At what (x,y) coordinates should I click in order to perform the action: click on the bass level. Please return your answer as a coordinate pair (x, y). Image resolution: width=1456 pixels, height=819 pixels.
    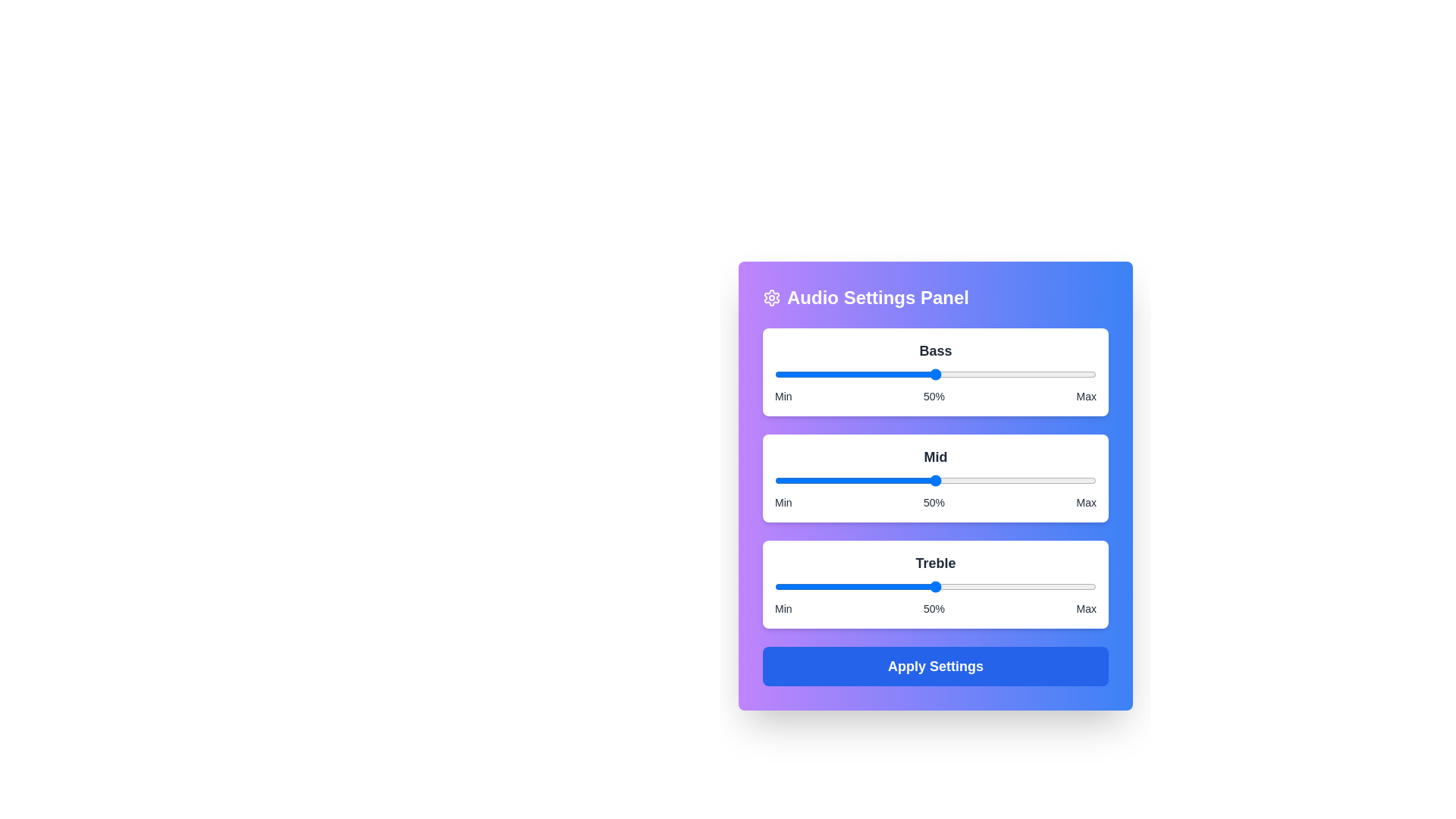
    Looking at the image, I should click on (893, 374).